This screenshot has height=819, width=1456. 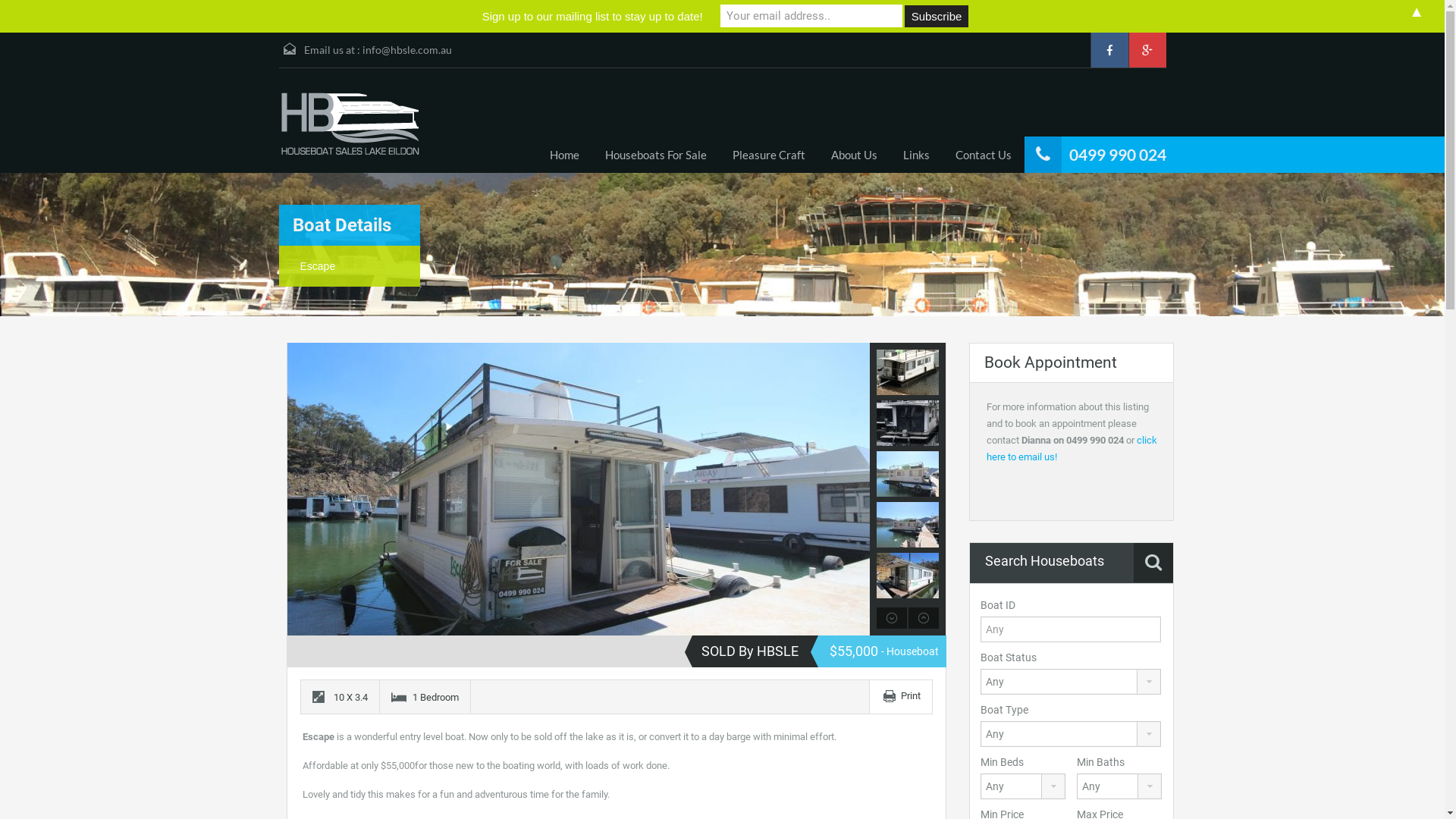 What do you see at coordinates (915, 155) in the screenshot?
I see `'Links'` at bounding box center [915, 155].